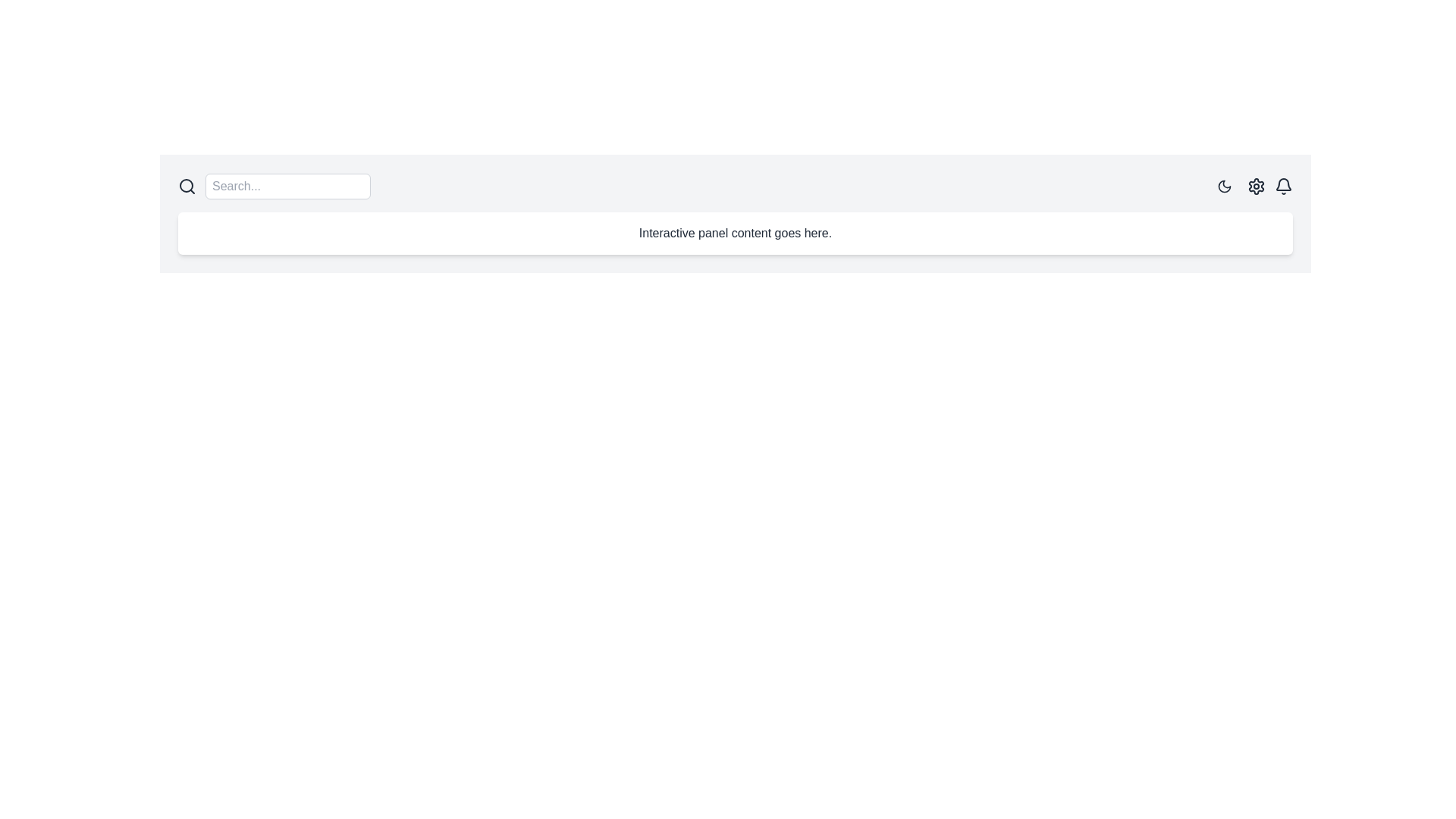  What do you see at coordinates (1256, 186) in the screenshot?
I see `the settings icon` at bounding box center [1256, 186].